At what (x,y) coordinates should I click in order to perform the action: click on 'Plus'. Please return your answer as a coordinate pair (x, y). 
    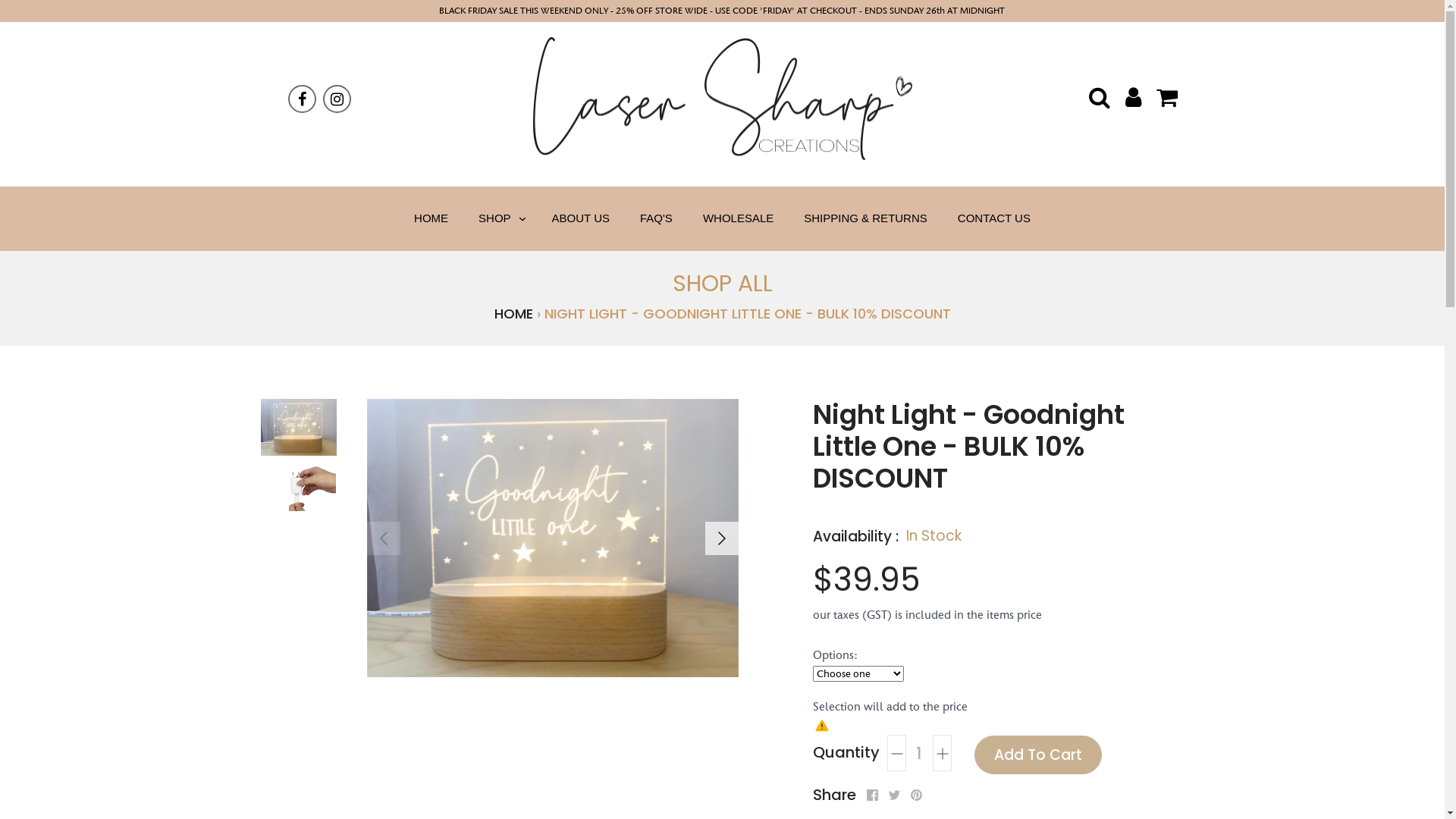
    Looking at the image, I should click on (941, 752).